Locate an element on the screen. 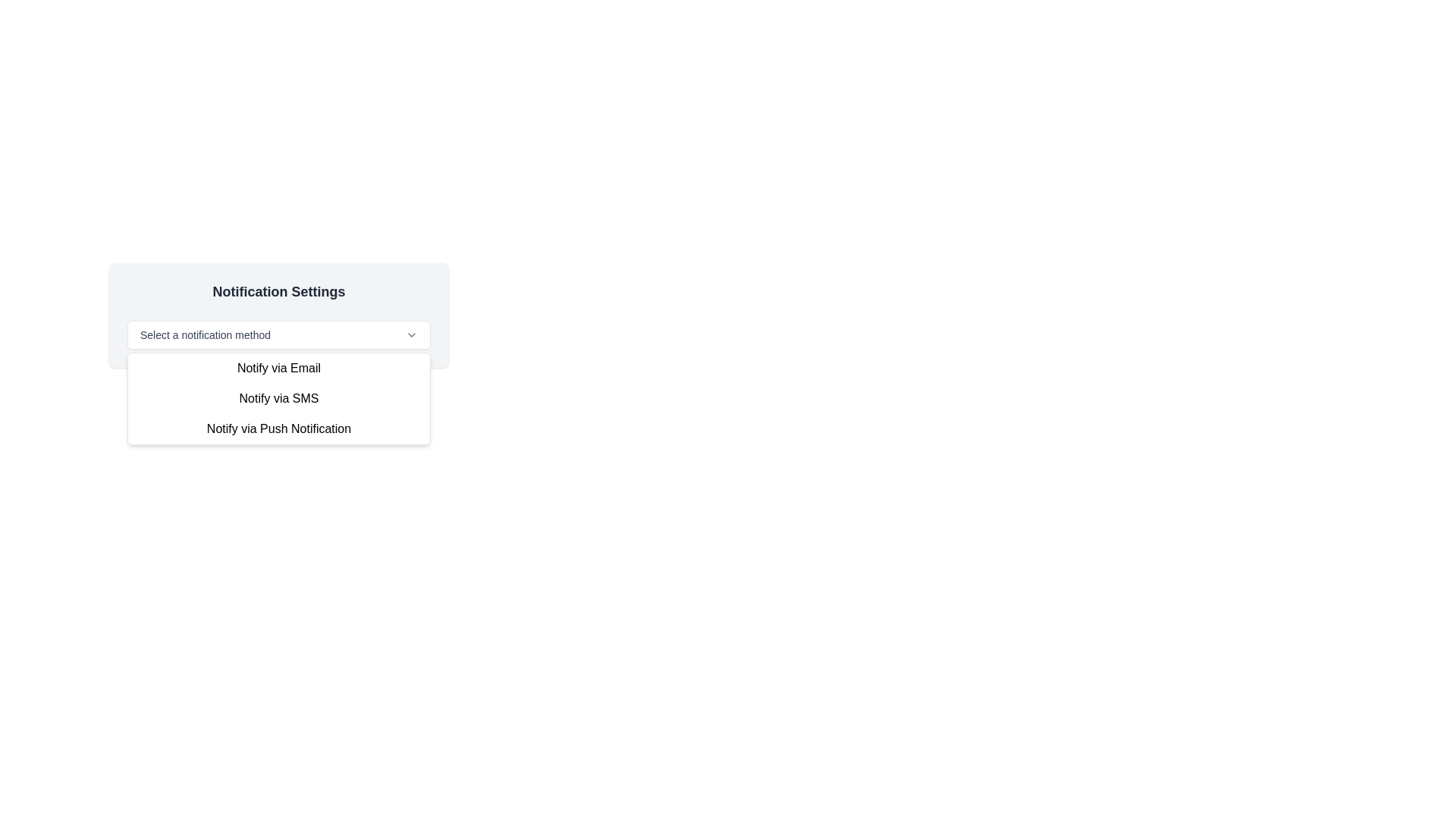 Image resolution: width=1456 pixels, height=819 pixels. the 'Notify via SMS' button, the second option in the list of notification methods is located at coordinates (279, 397).